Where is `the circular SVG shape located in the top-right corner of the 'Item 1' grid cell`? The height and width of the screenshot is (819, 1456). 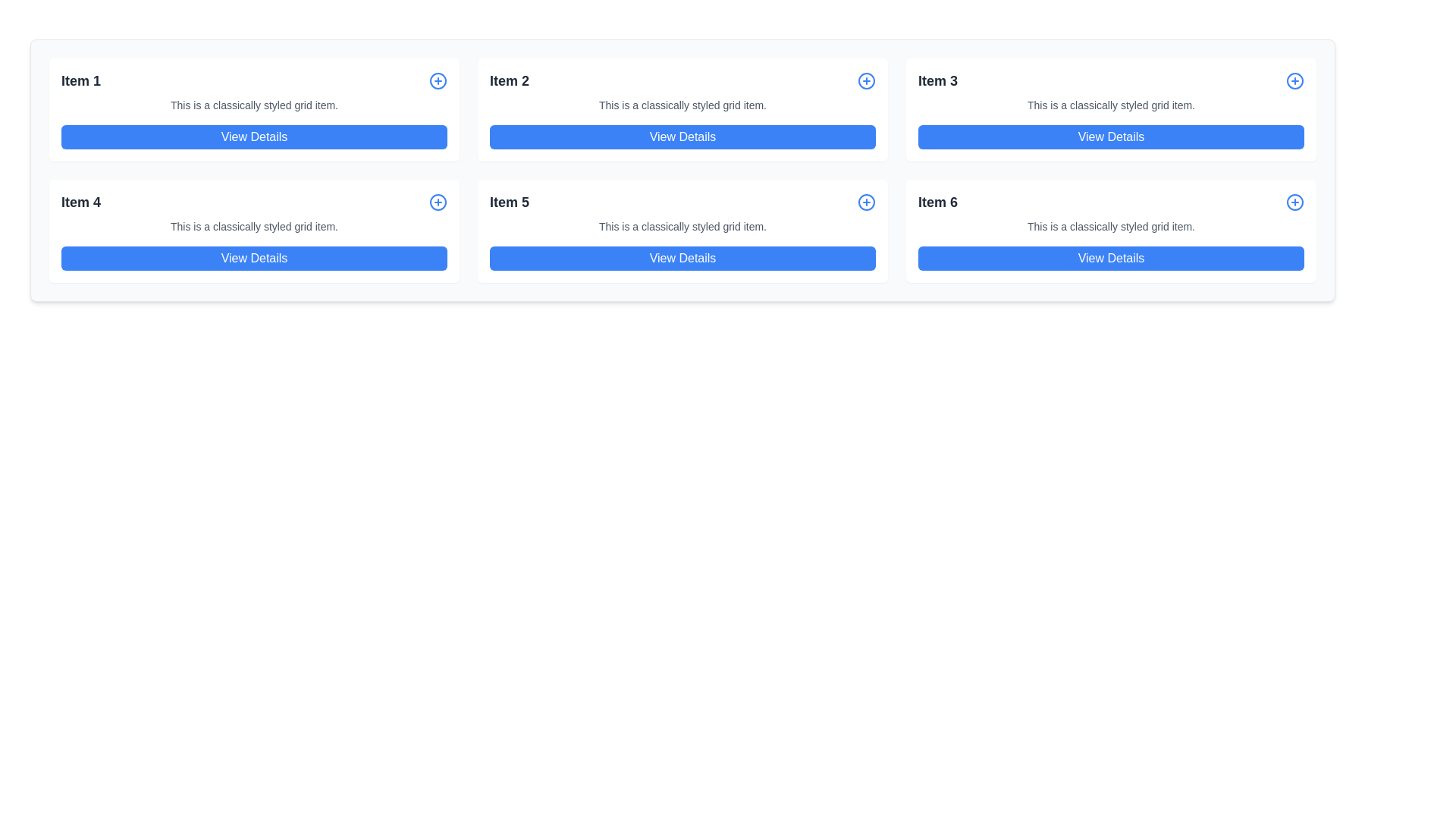 the circular SVG shape located in the top-right corner of the 'Item 1' grid cell is located at coordinates (437, 81).